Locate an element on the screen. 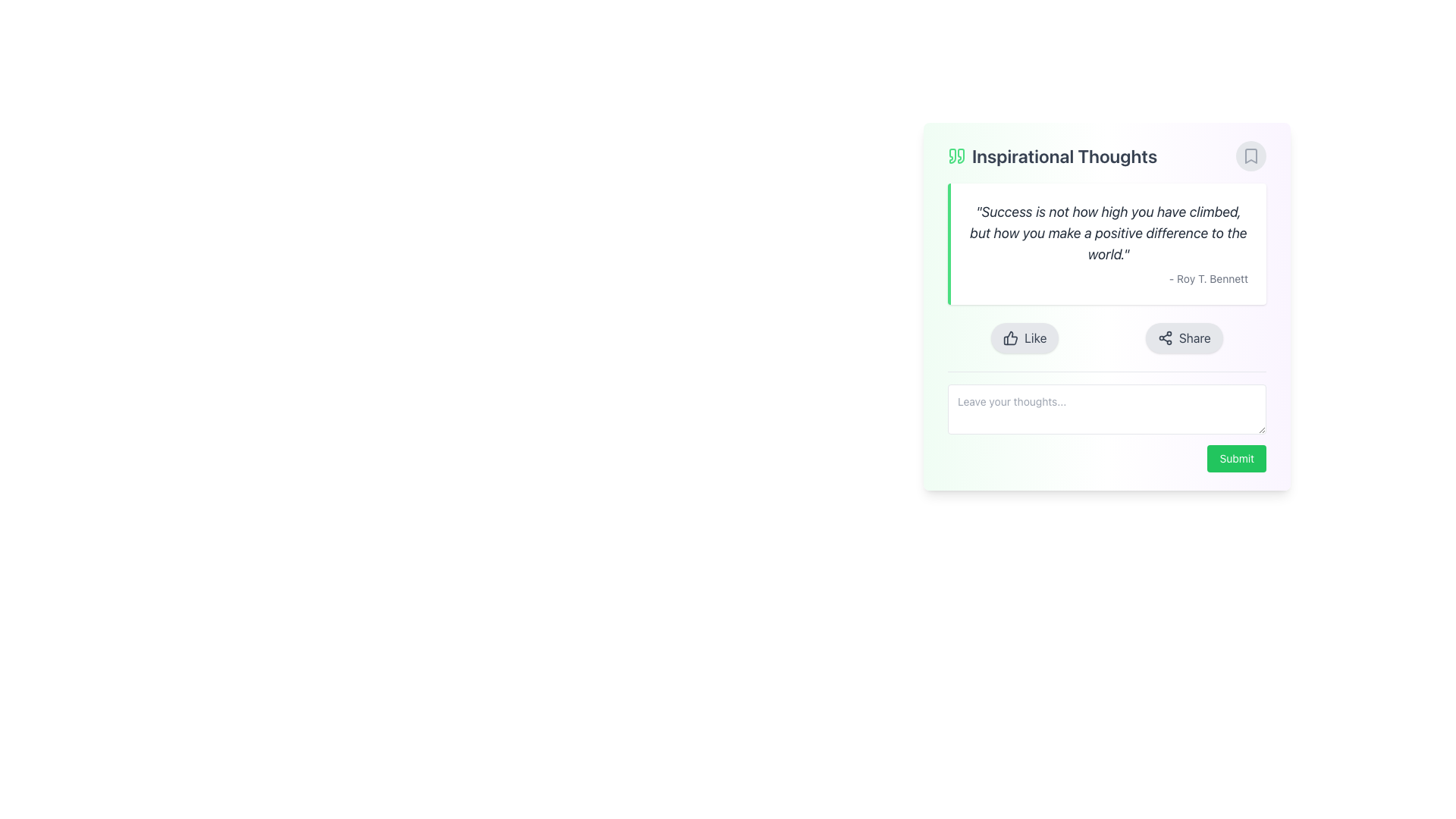 The image size is (1456, 819). the small share icon located inside the 'Share' button at the bottom right of the content panel is located at coordinates (1164, 337).